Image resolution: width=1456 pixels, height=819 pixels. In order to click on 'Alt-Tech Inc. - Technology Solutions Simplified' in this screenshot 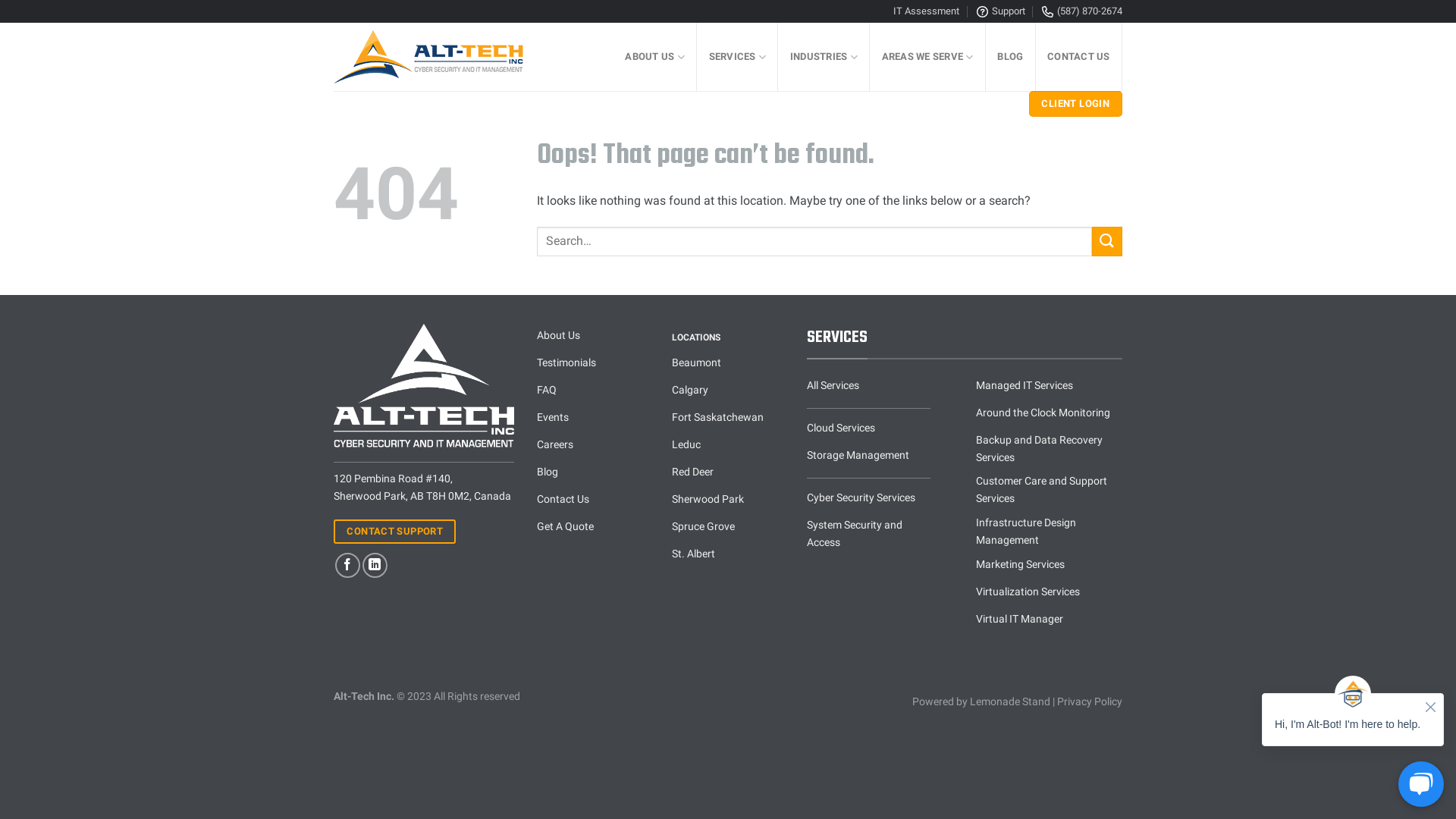, I will do `click(439, 55)`.